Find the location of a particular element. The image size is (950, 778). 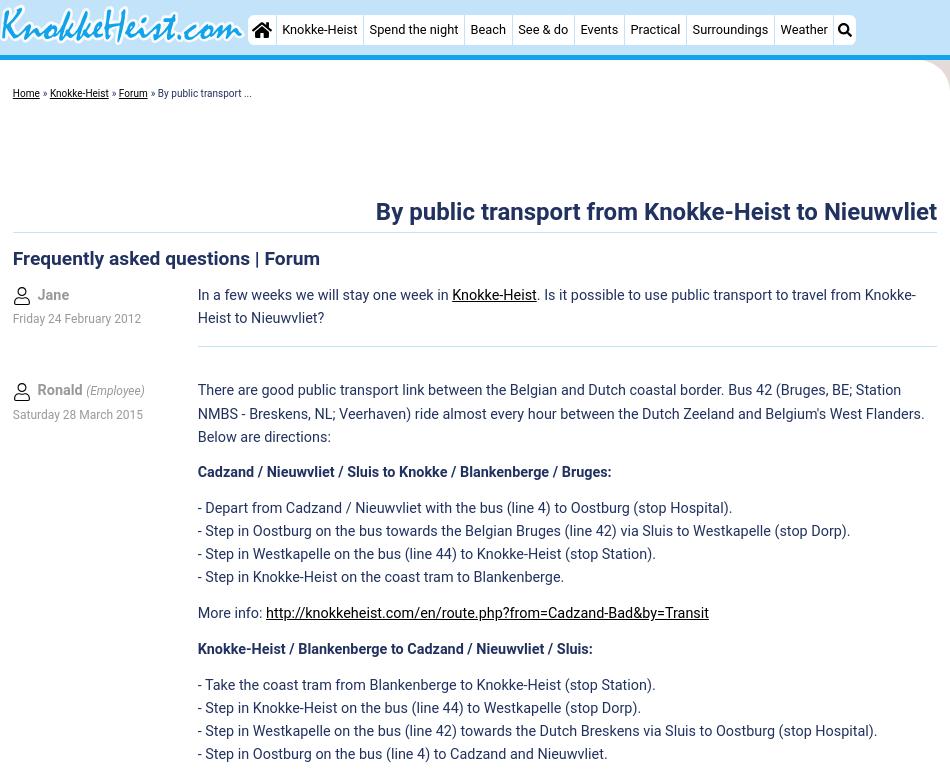

'By public transport from Knokke-Heist to Nieuwvliet' is located at coordinates (655, 209).